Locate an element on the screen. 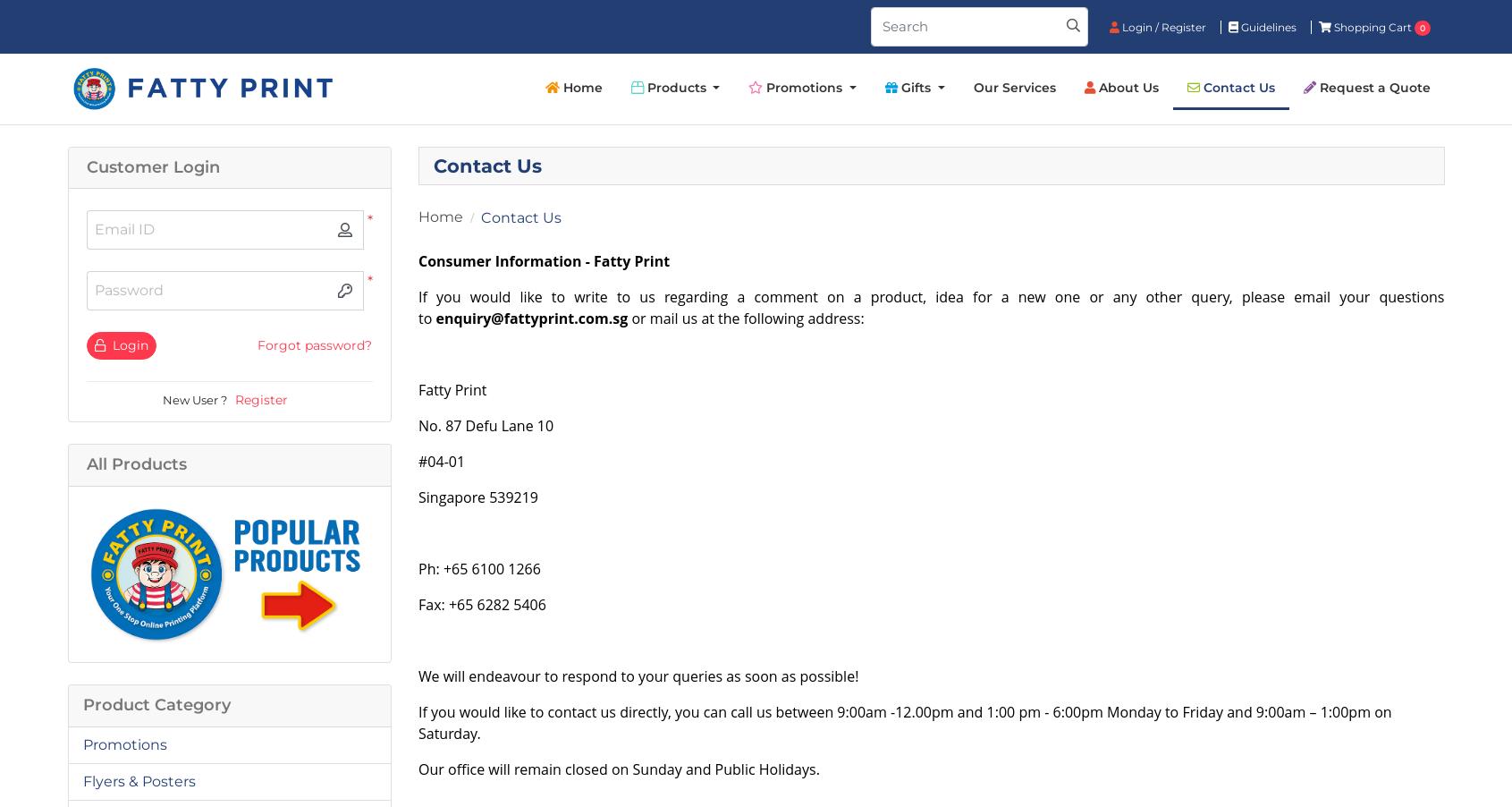  'All Products' is located at coordinates (136, 463).